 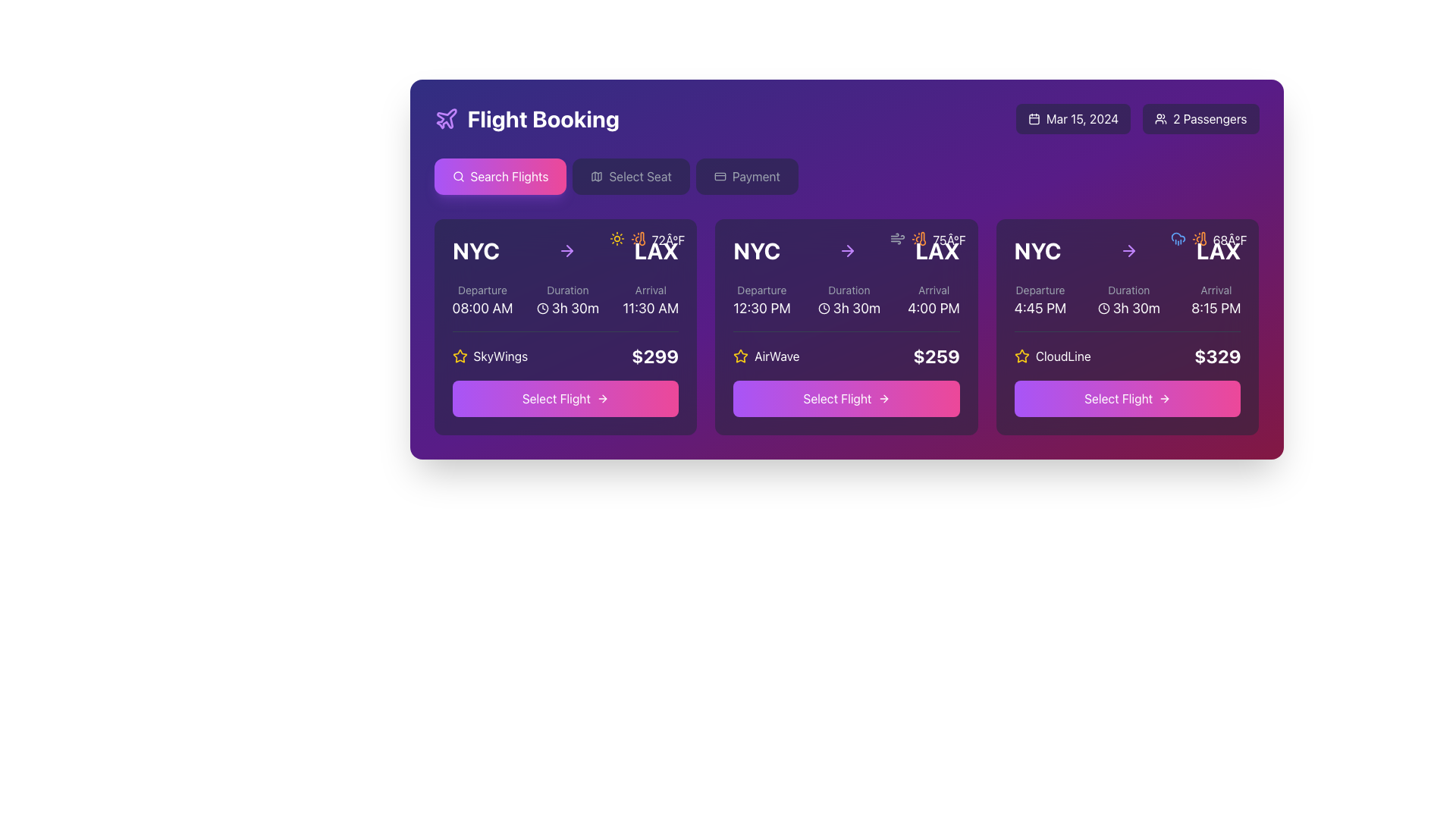 What do you see at coordinates (1128, 397) in the screenshot?
I see `the 'Select Flight' button, which is a rectangular button with a gradient background transitioning from purple to pink, containing bold white text and a rightwards arrow icon, located at the bottom of the rightmost card in the fourth column of a grid interface` at bounding box center [1128, 397].